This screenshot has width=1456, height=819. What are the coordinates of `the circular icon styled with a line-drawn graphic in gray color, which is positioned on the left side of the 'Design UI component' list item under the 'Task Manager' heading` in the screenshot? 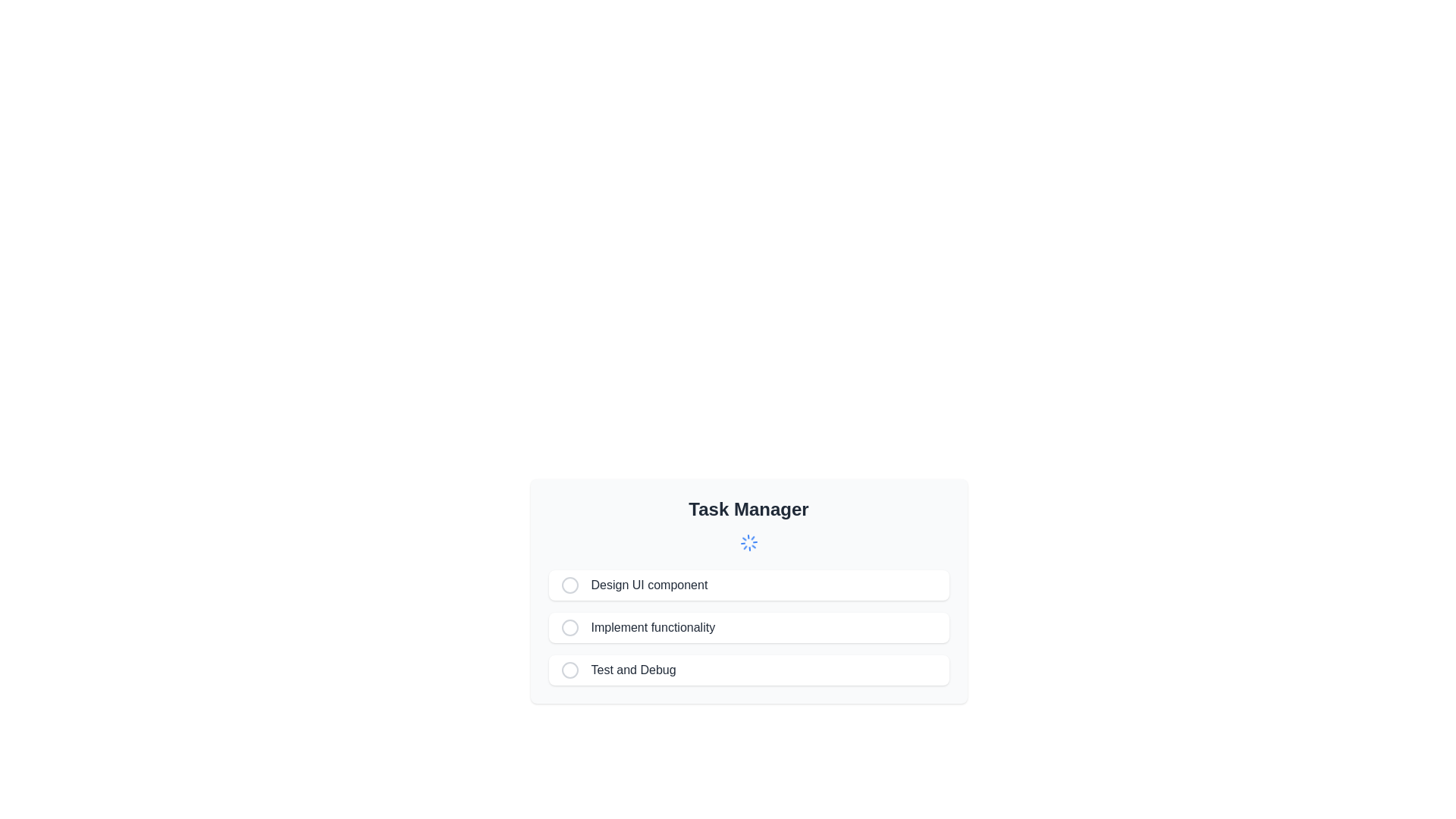 It's located at (569, 584).